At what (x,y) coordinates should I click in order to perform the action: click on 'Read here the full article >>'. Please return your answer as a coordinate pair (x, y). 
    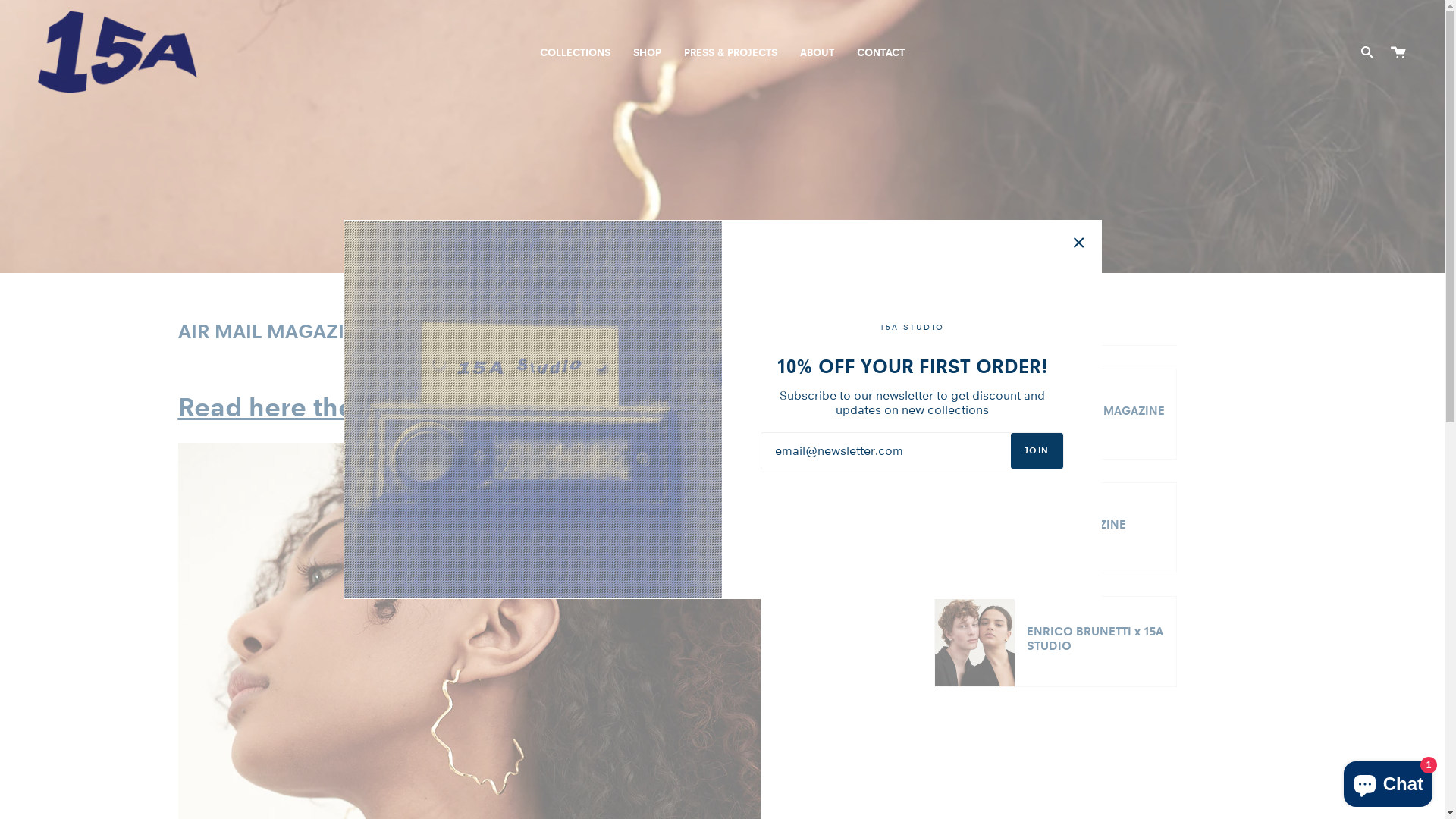
    Looking at the image, I should click on (347, 406).